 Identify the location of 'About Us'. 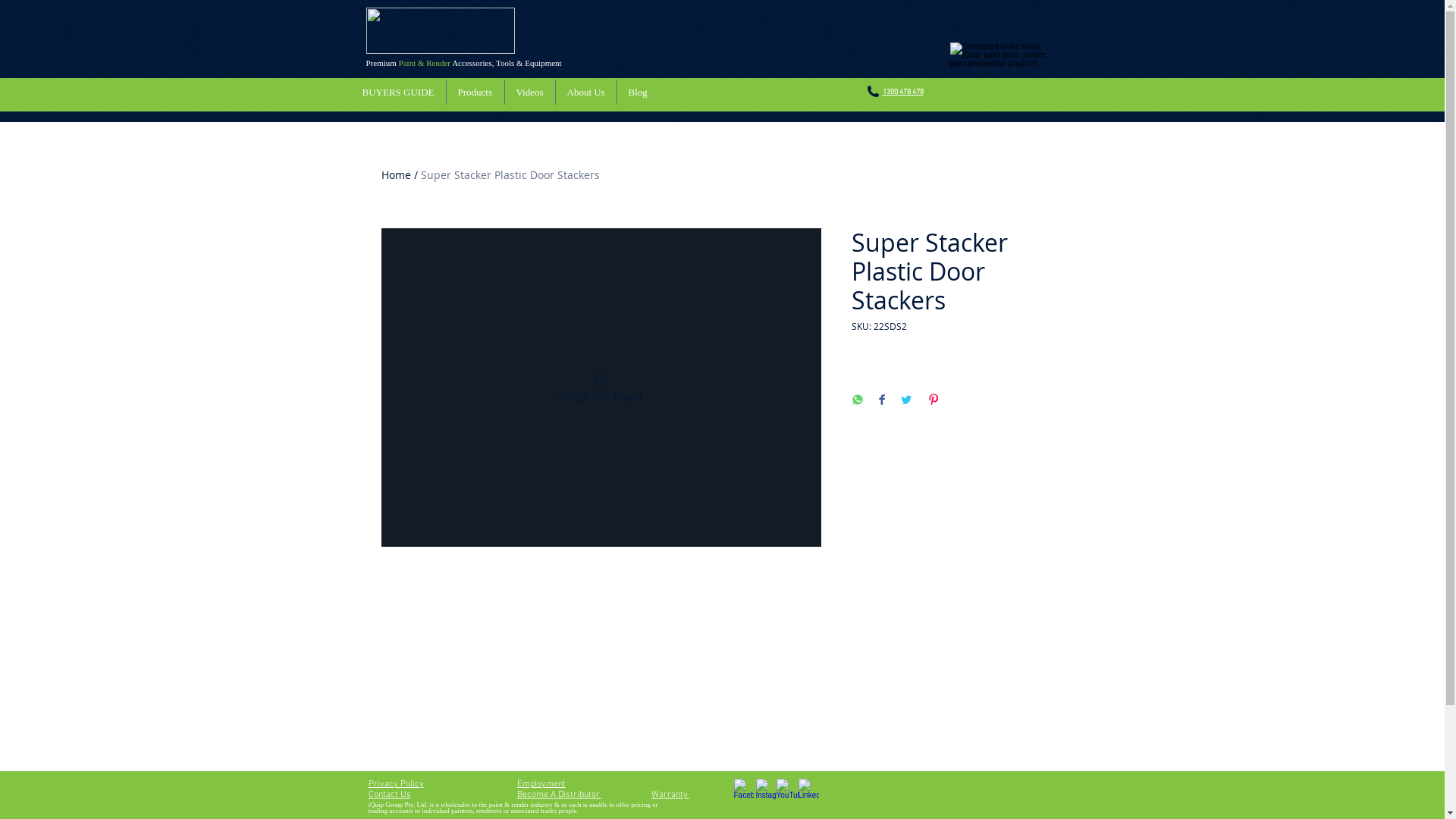
(585, 92).